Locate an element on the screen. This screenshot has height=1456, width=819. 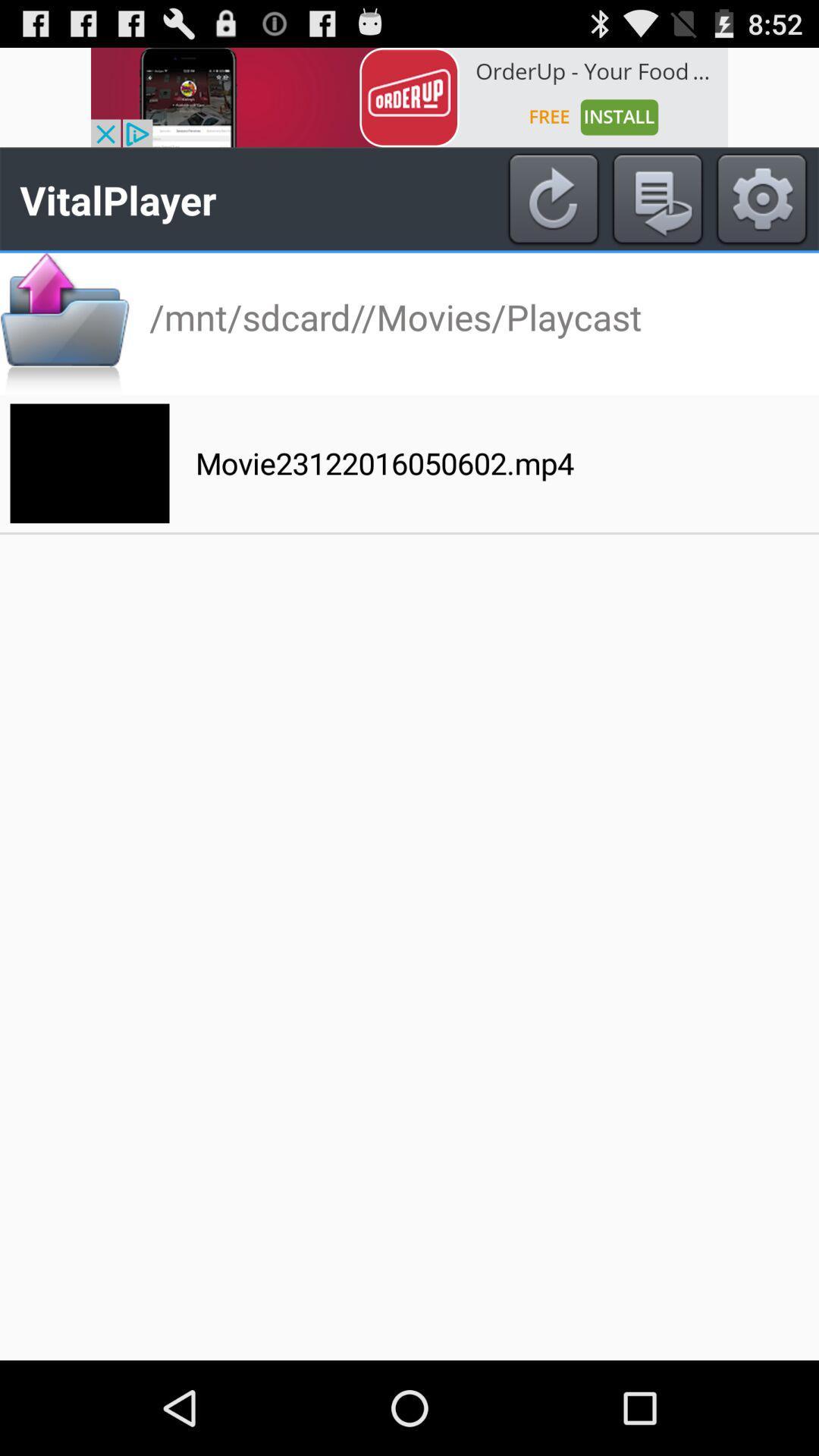
click on advertisement is located at coordinates (409, 96).